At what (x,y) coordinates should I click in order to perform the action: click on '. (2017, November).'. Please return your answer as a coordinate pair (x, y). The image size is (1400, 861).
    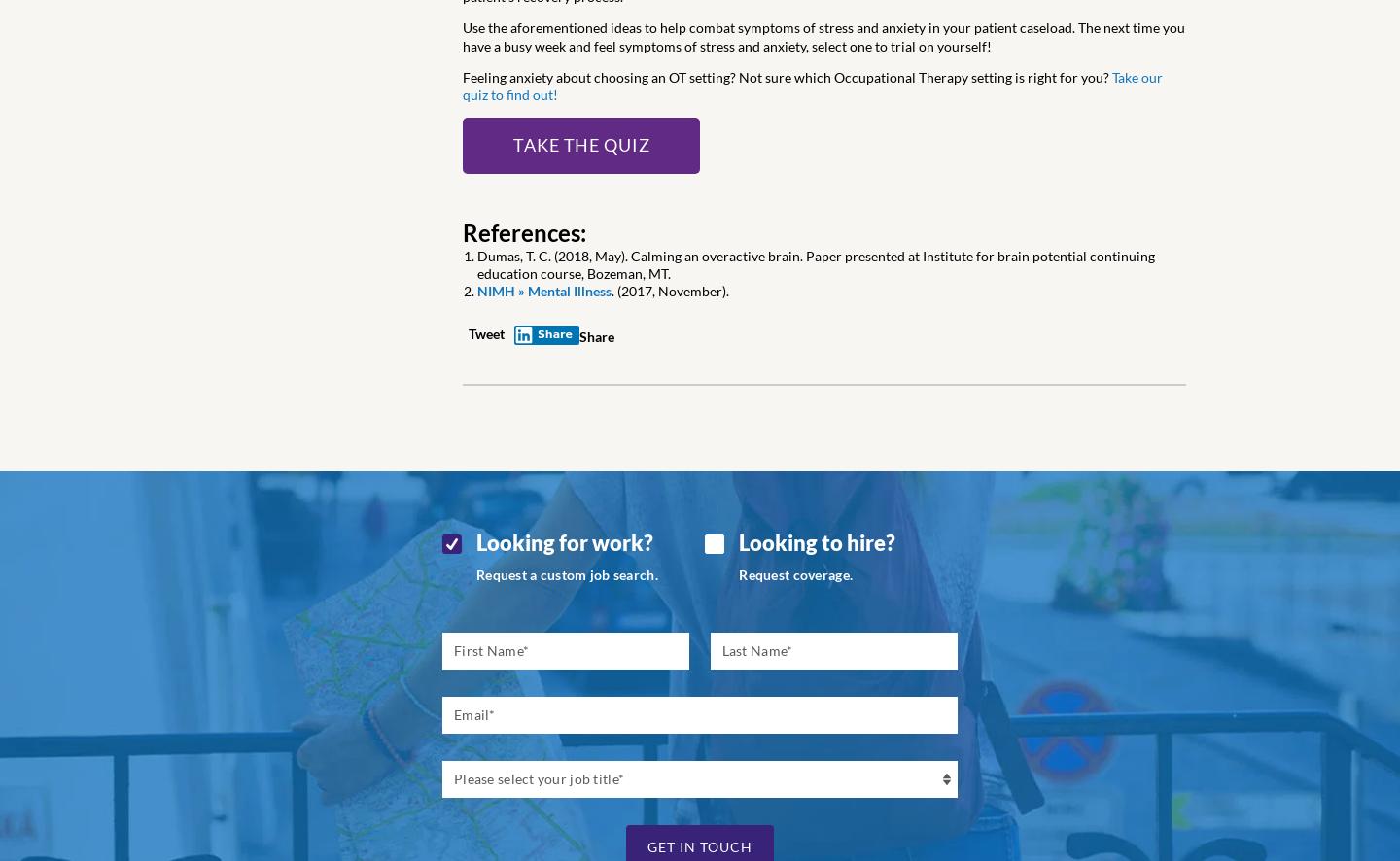
    Looking at the image, I should click on (670, 291).